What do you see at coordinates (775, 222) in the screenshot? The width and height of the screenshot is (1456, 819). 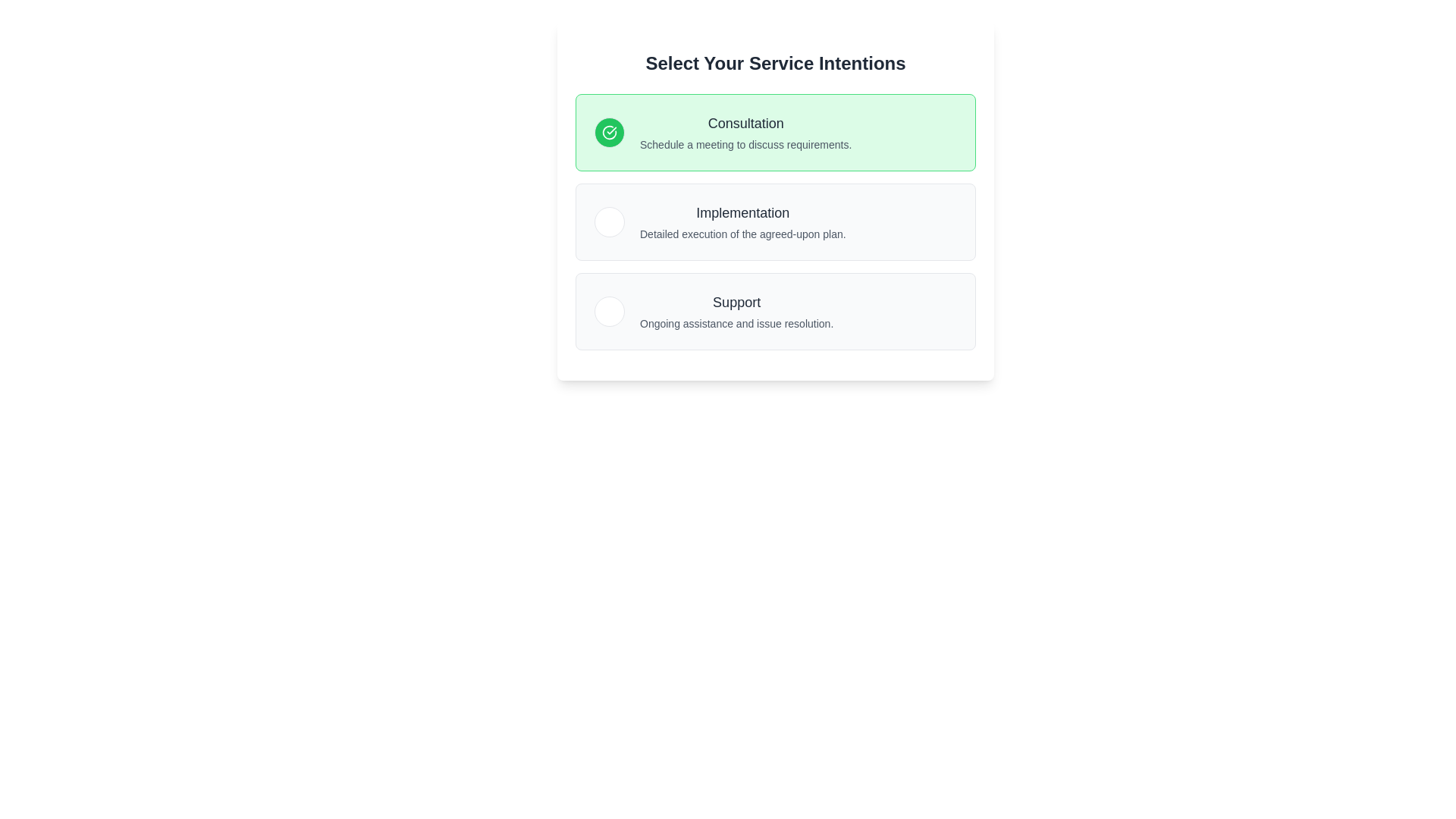 I see `the 'Implementation' option section, which includes a radio button and descriptive text` at bounding box center [775, 222].